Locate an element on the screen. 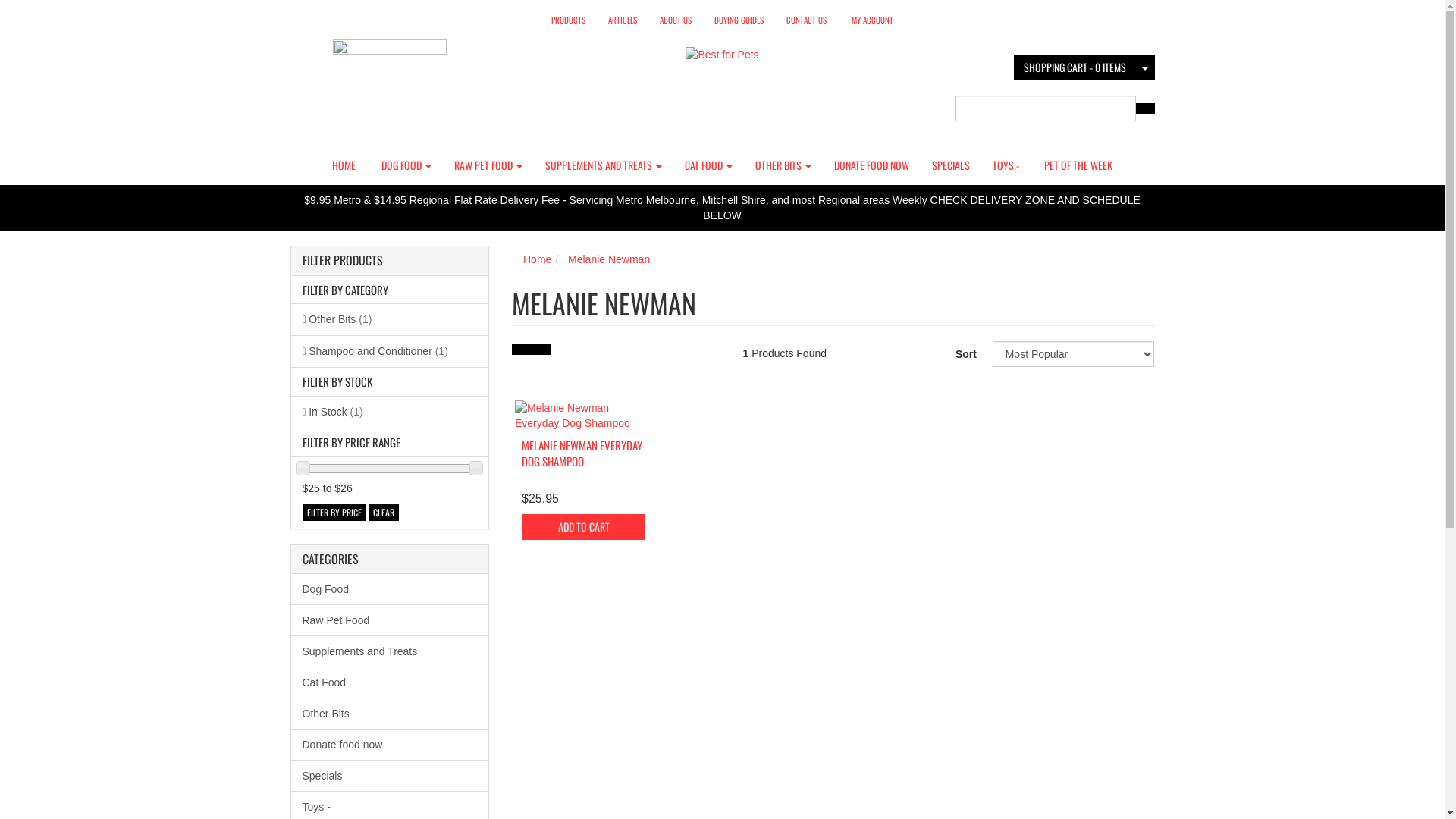 This screenshot has height=819, width=1456. 'TOYS -' is located at coordinates (1006, 165).